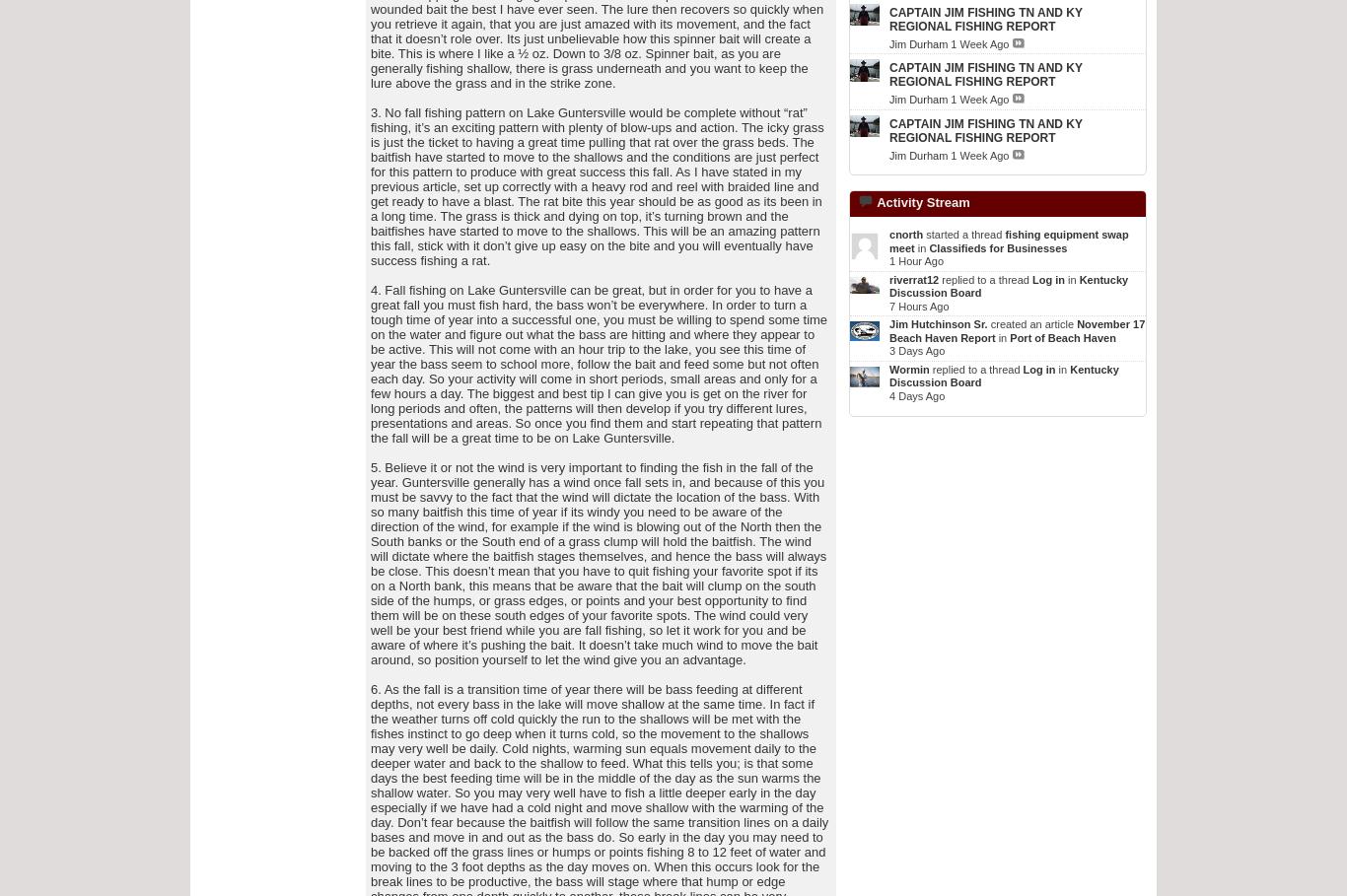 This screenshot has height=896, width=1347. What do you see at coordinates (909, 367) in the screenshot?
I see `'Wormin'` at bounding box center [909, 367].